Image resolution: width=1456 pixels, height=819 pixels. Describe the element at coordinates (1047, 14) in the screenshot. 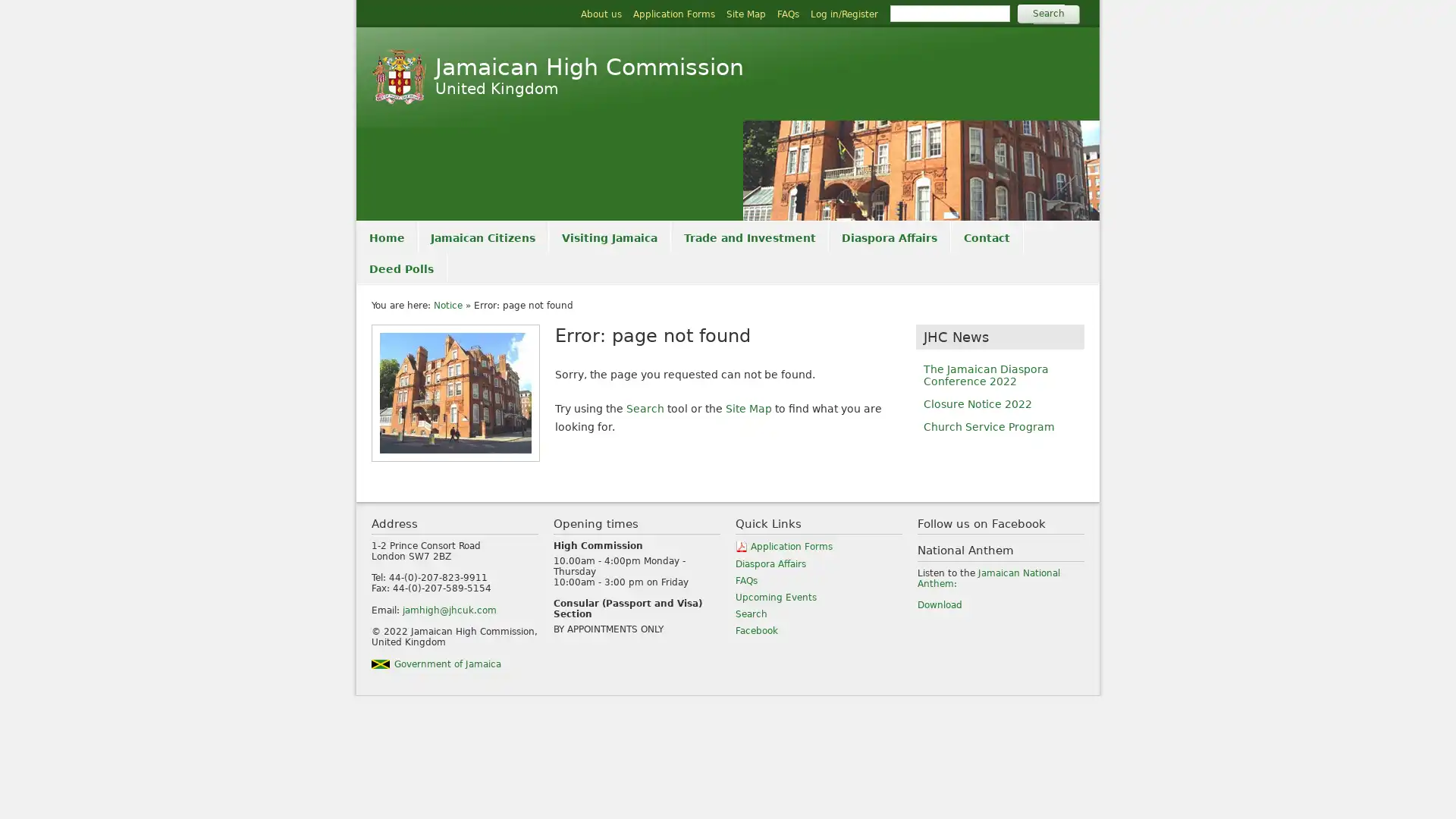

I see `Search` at that location.